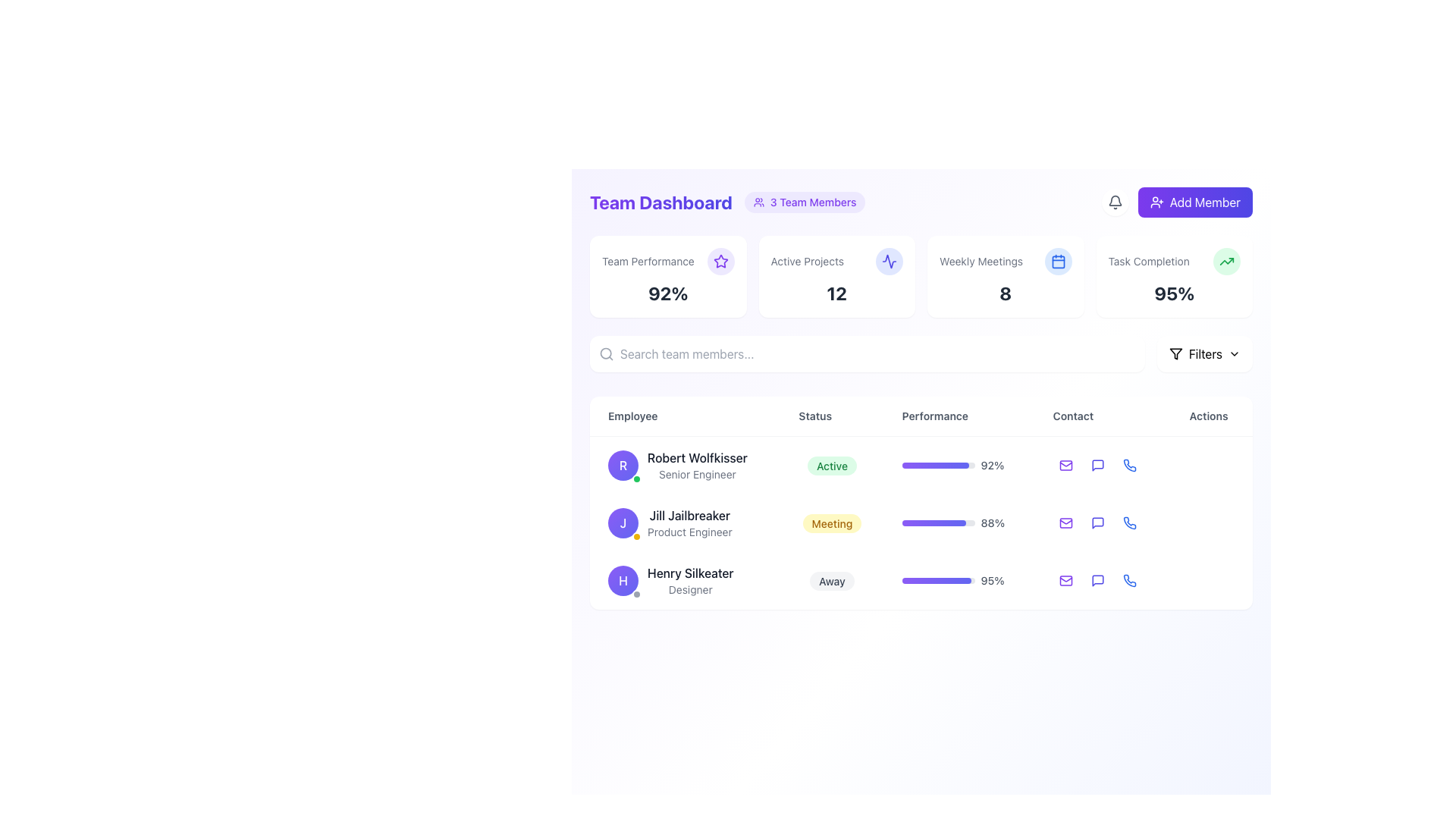 This screenshot has width=1456, height=819. Describe the element at coordinates (920, 580) in the screenshot. I see `the third interactive row in the user listing table` at that location.